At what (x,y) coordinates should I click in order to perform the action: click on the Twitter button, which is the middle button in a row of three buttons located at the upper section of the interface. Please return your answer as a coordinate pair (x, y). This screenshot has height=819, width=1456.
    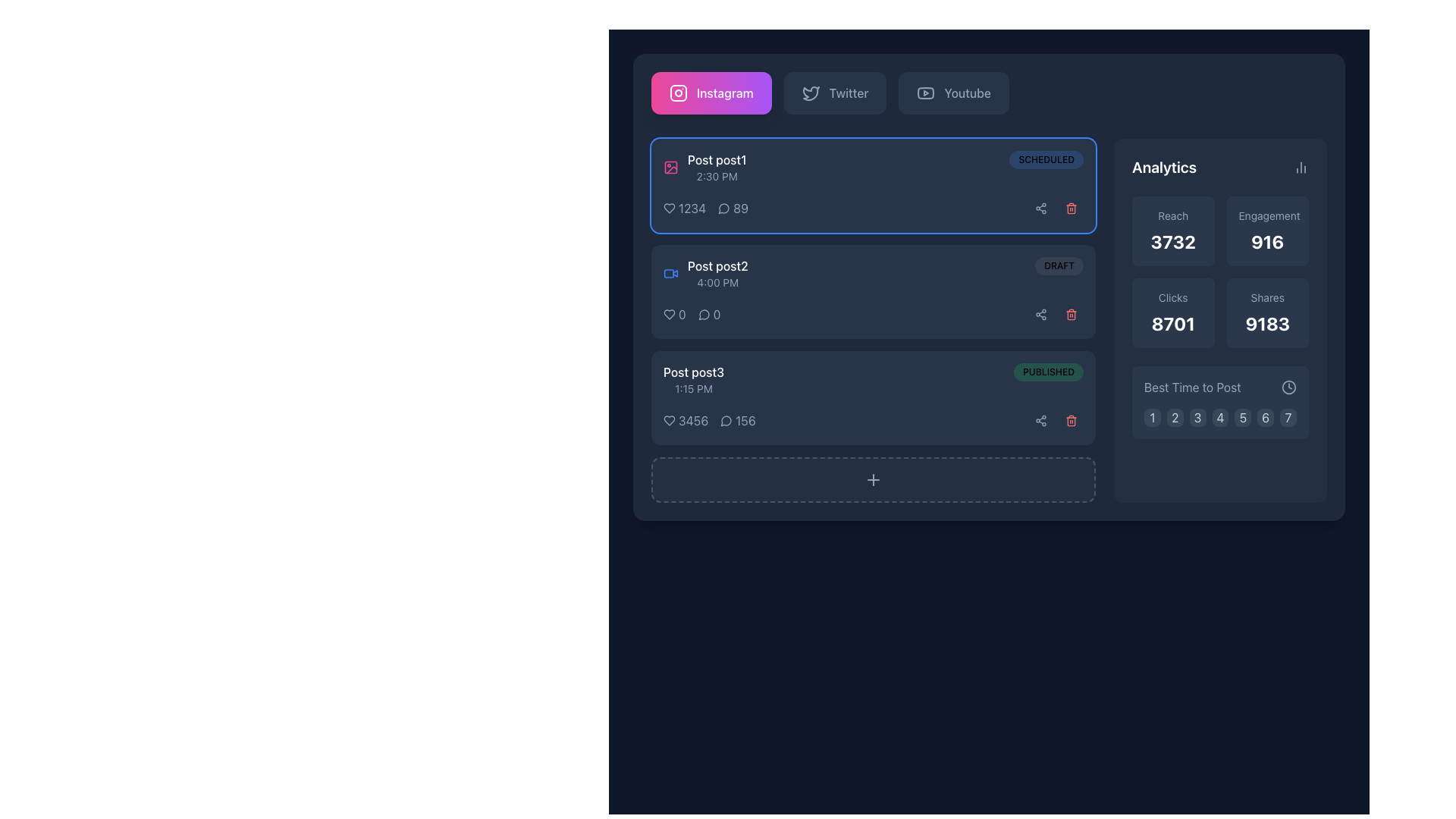
    Looking at the image, I should click on (834, 93).